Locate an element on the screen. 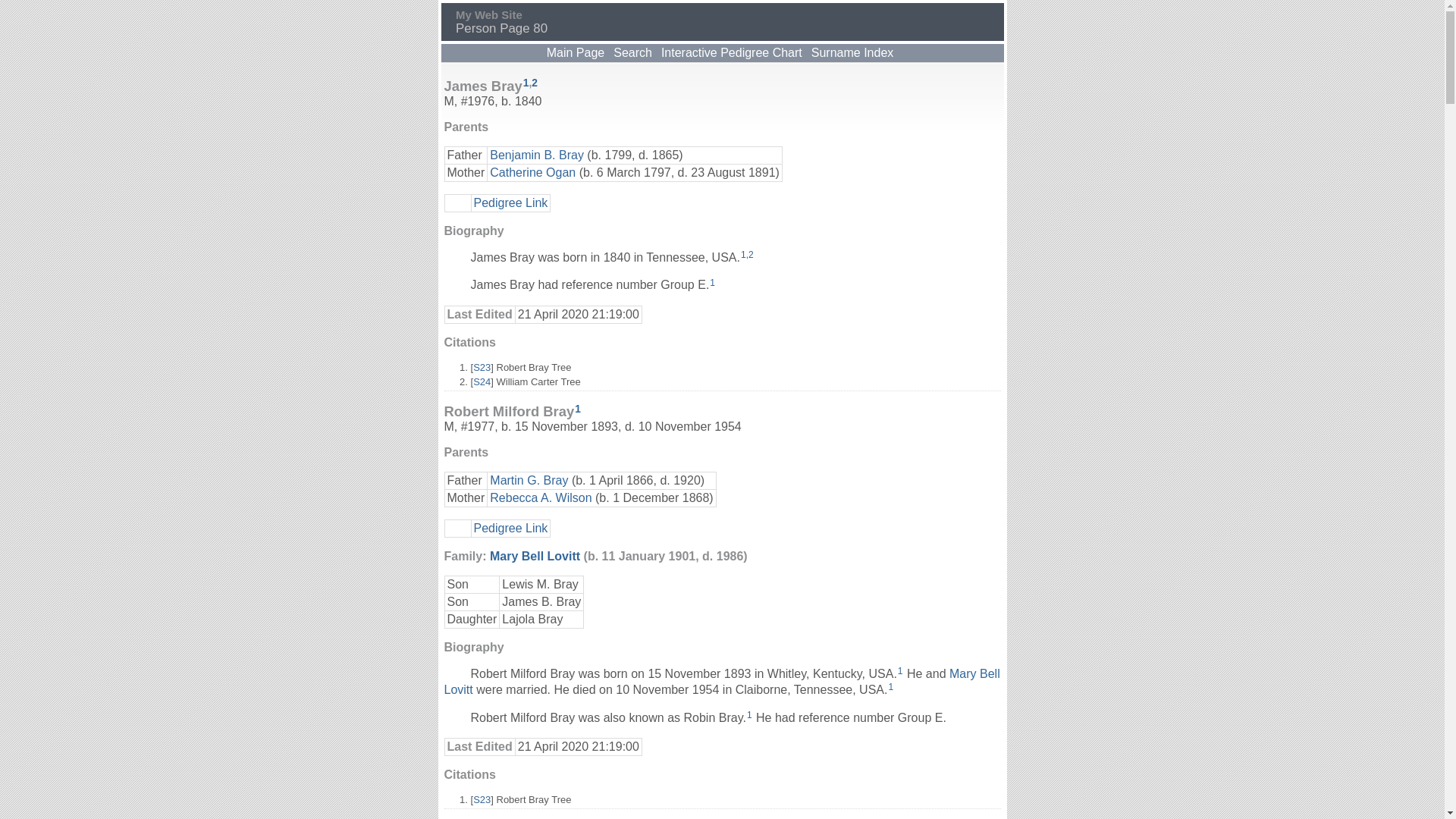 This screenshot has width=1456, height=819. 'S24' is located at coordinates (481, 381).